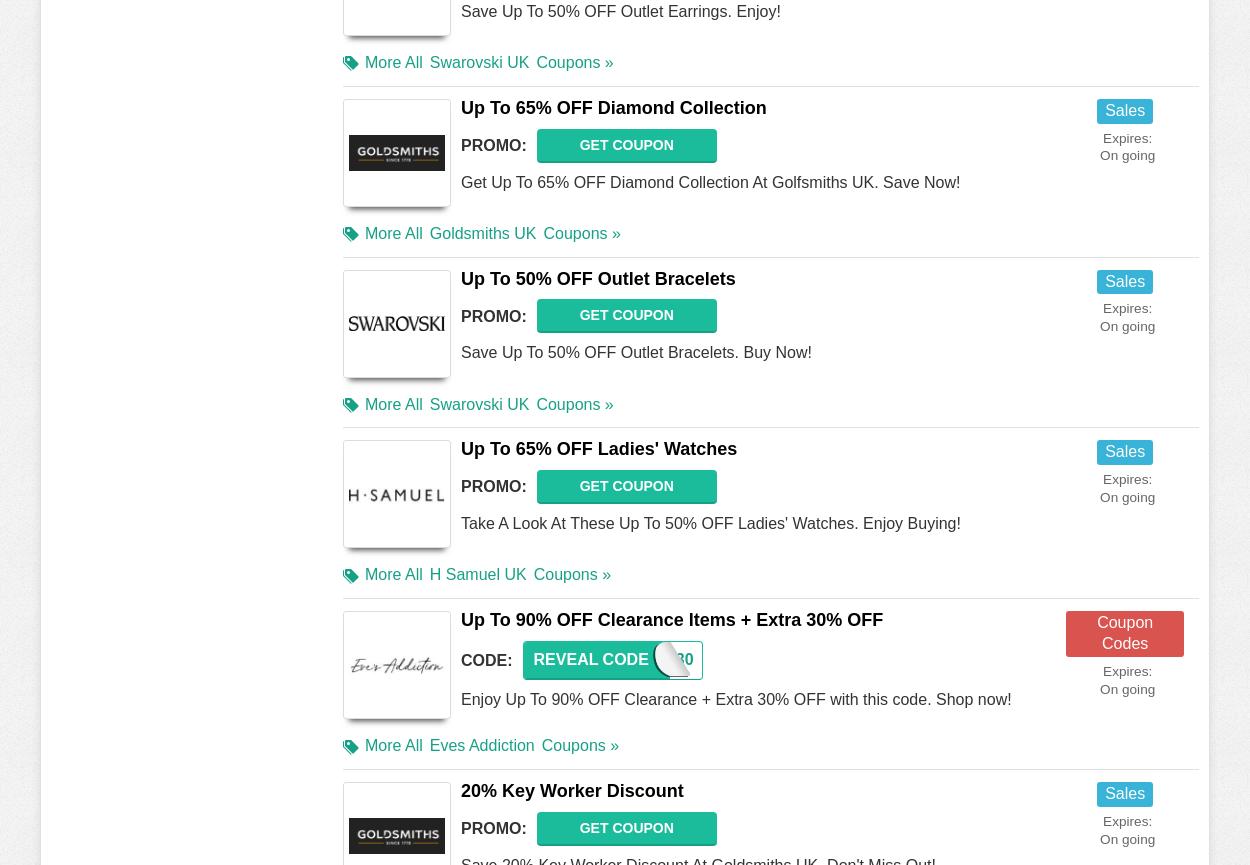 The width and height of the screenshot is (1250, 865). Describe the element at coordinates (485, 659) in the screenshot. I see `'Code:'` at that location.